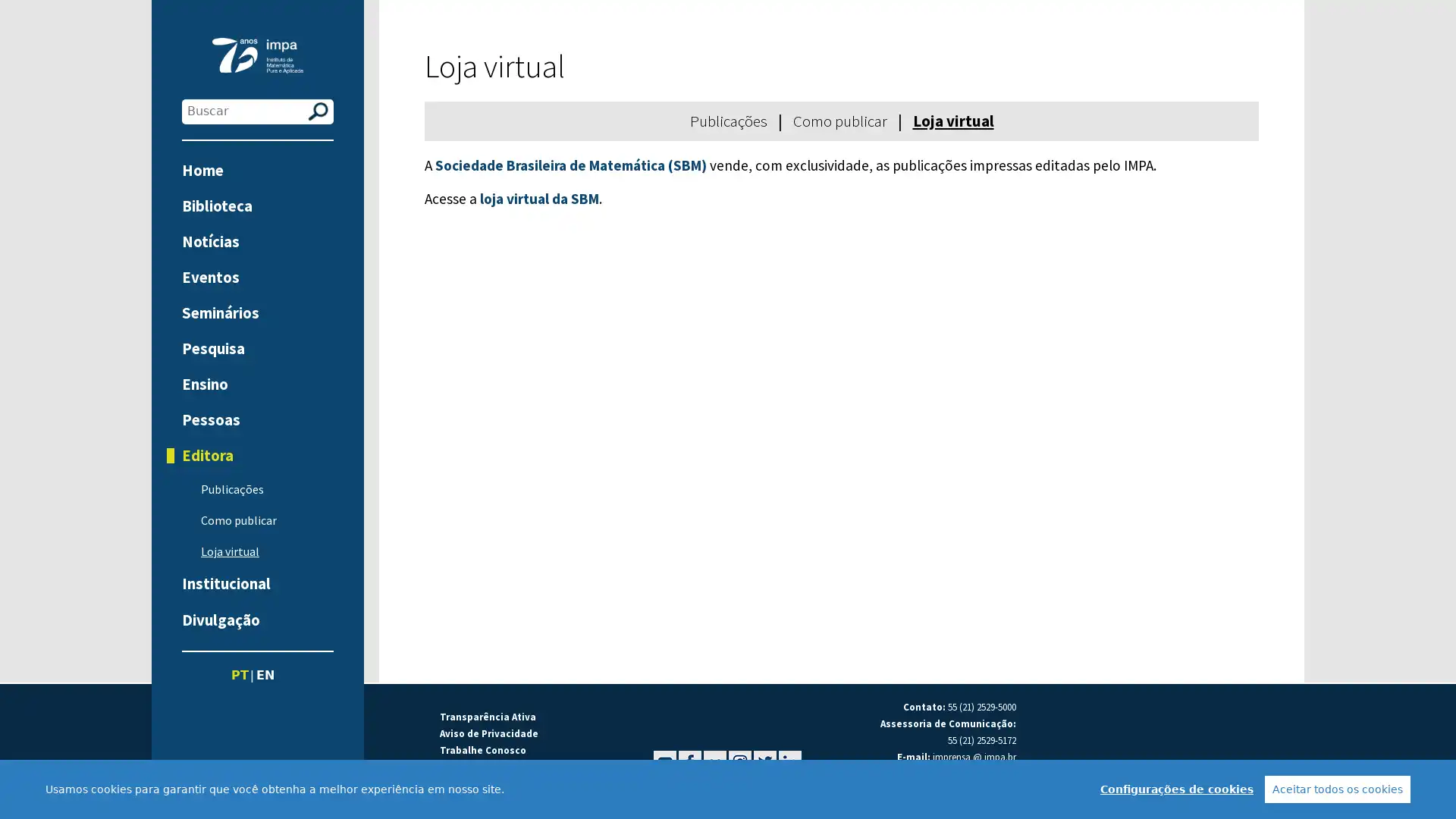  What do you see at coordinates (265, 674) in the screenshot?
I see `EN` at bounding box center [265, 674].